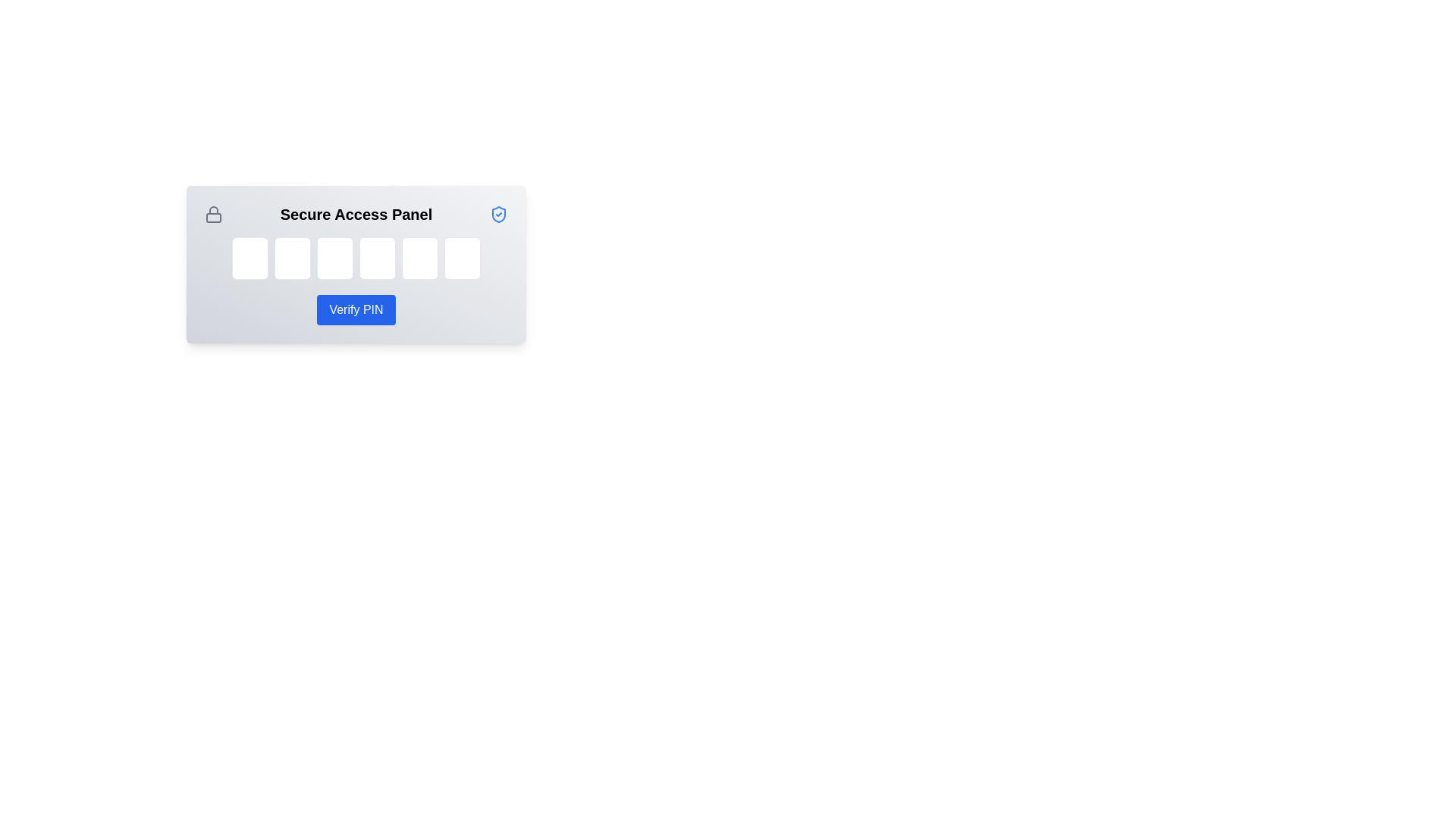 The image size is (1456, 819). I want to click on the Password input box, which is the third box from the left in a sequence of six identical rectangular boxes with a white background and faint grey border, so click(334, 257).